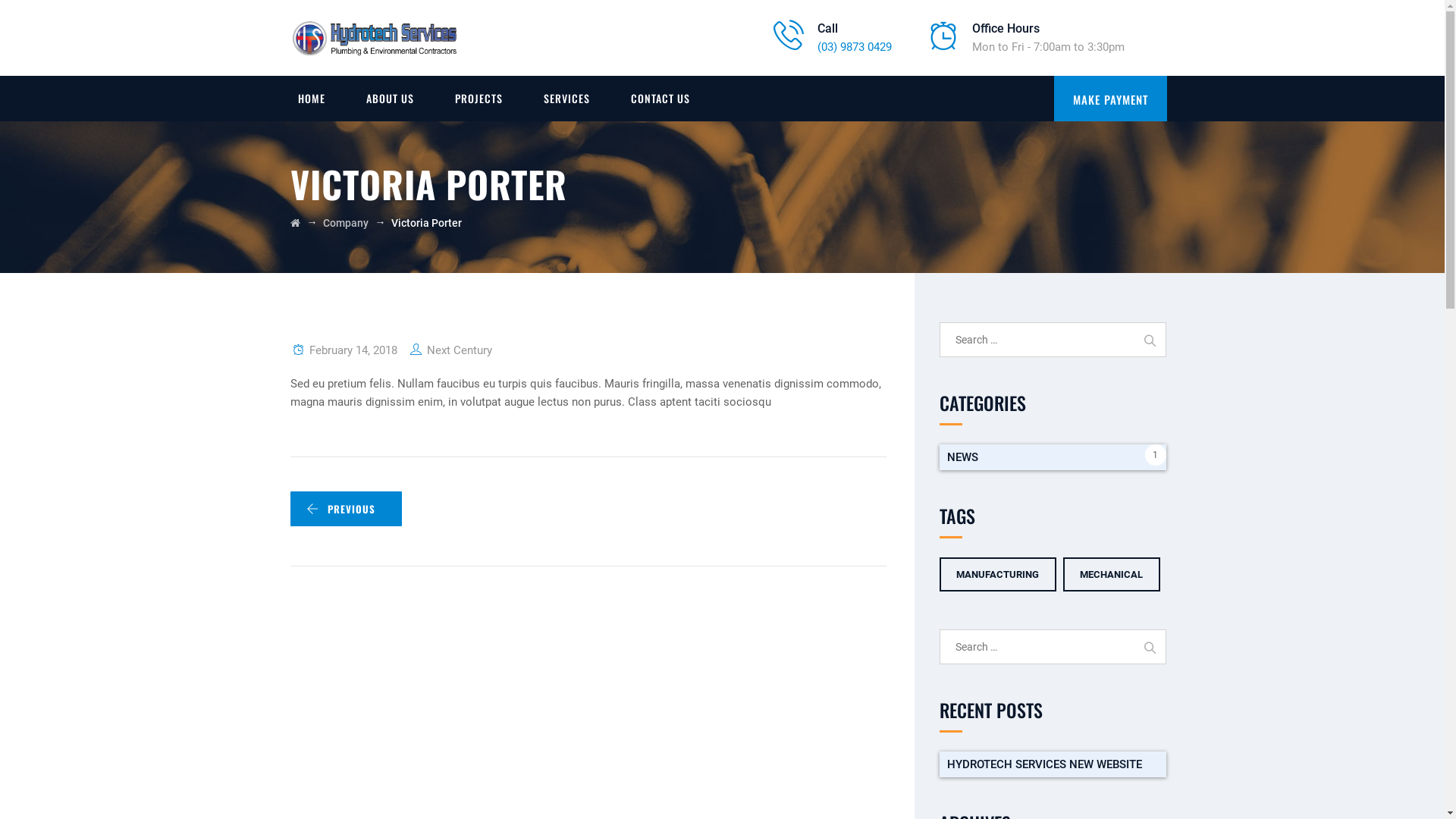  Describe the element at coordinates (344, 509) in the screenshot. I see `'PREVIOUS'` at that location.